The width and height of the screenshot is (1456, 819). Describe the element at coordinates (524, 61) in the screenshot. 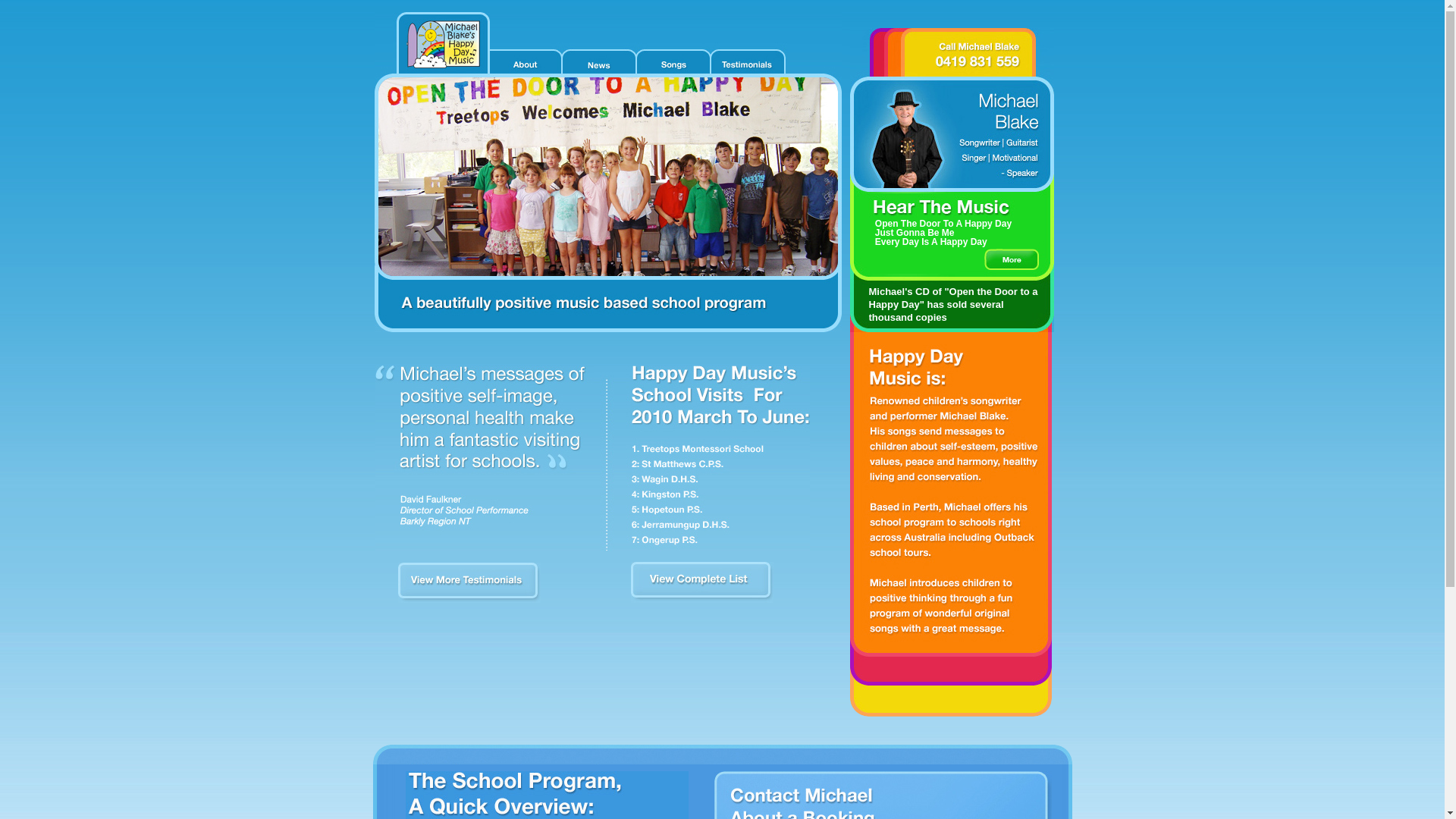

I see `'About'` at that location.